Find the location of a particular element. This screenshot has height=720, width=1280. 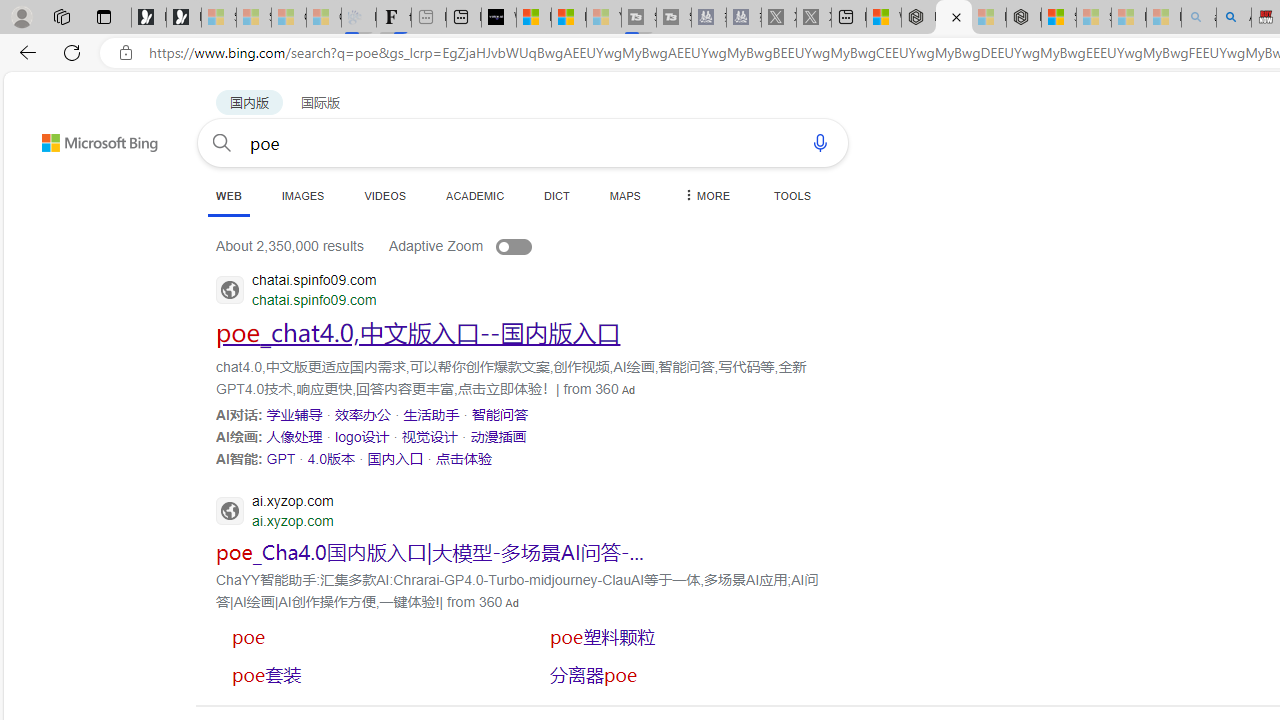

'Personal Profile' is located at coordinates (21, 16).